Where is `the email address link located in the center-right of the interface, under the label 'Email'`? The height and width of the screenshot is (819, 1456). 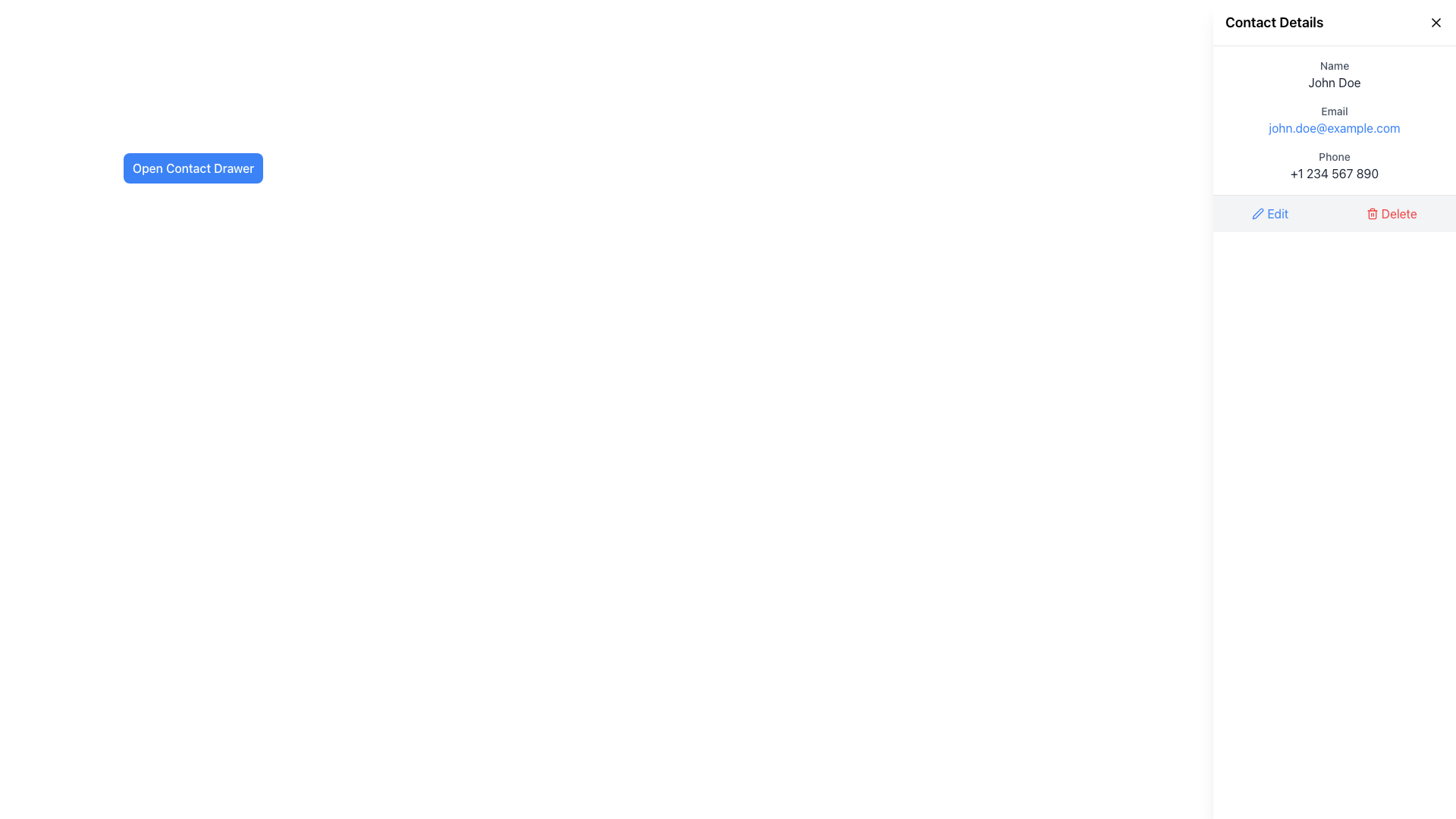
the email address link located in the center-right of the interface, under the label 'Email' is located at coordinates (1335, 127).